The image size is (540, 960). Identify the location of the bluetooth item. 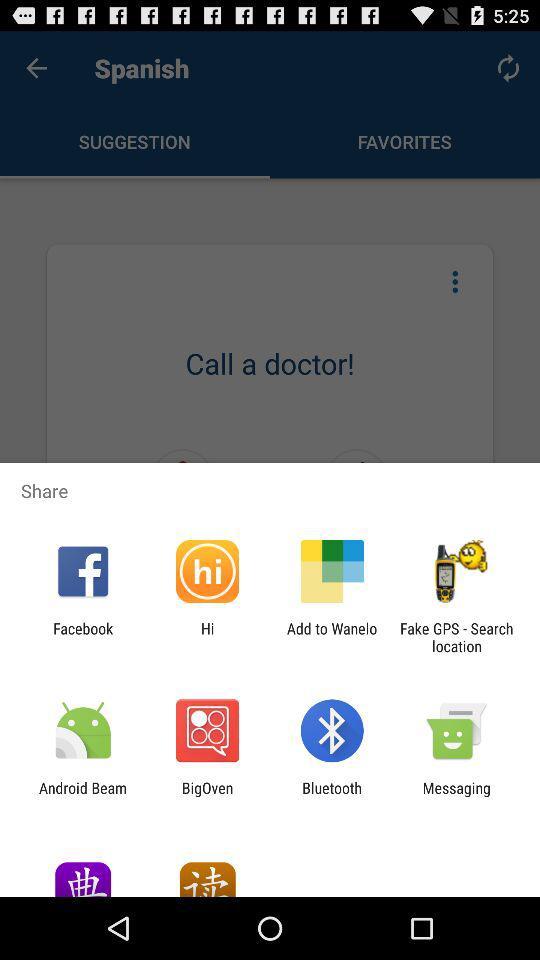
(332, 796).